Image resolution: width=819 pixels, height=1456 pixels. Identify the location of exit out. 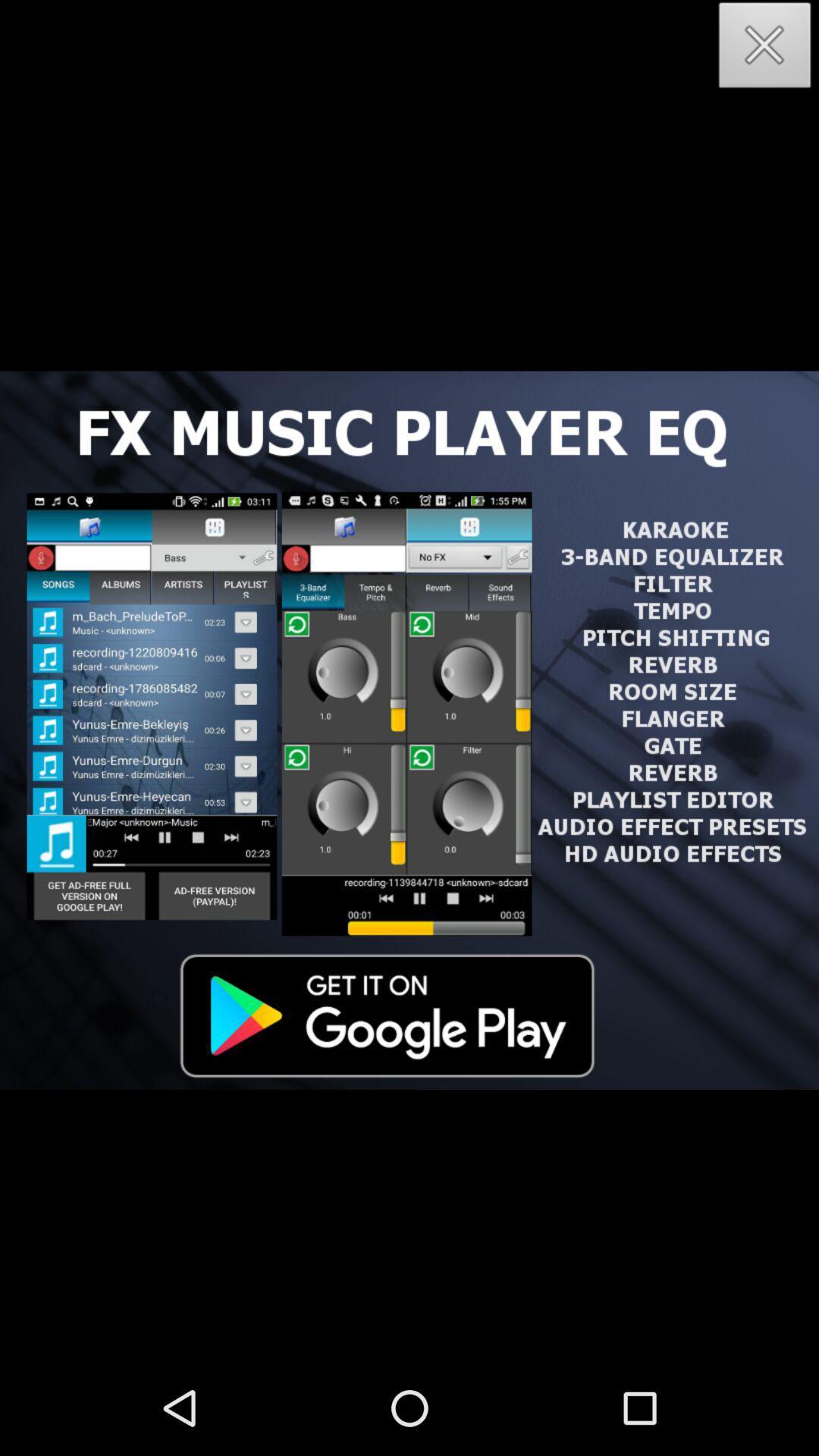
(765, 49).